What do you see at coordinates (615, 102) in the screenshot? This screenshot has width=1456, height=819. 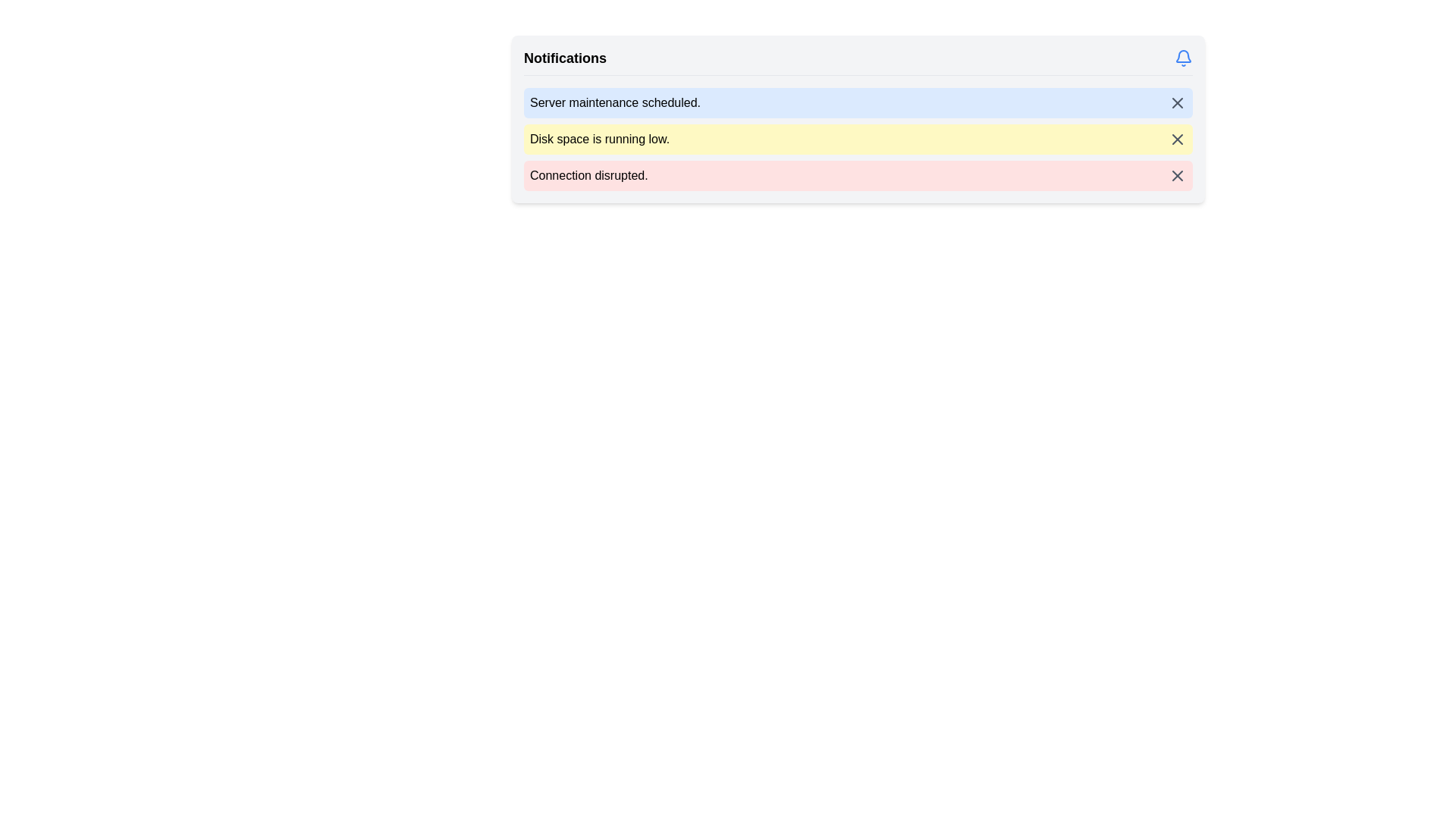 I see `the text label displaying 'Server maintenance scheduled.' which is located at the top of the notifications box with a blue background` at bounding box center [615, 102].